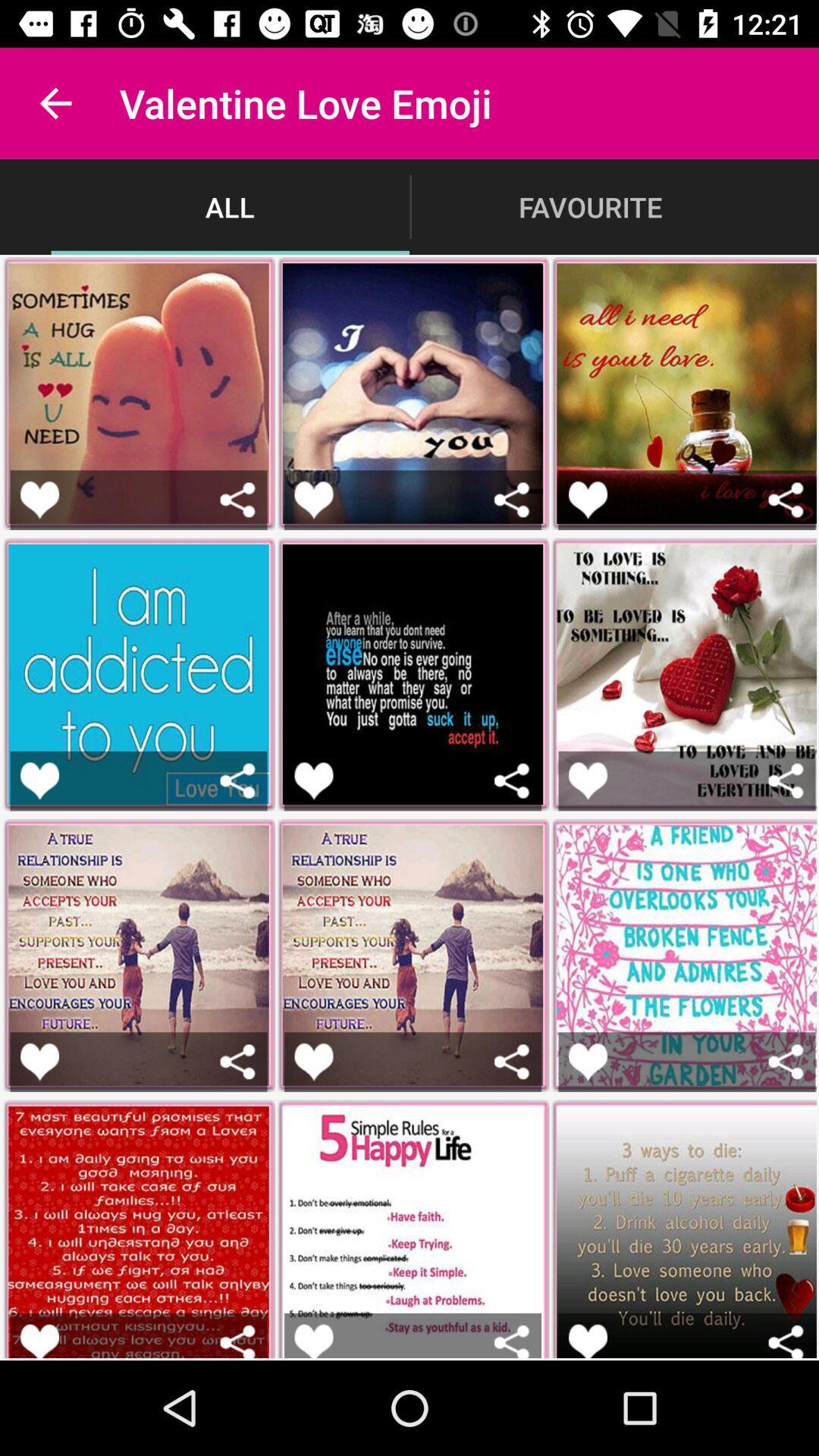 This screenshot has width=819, height=1456. What do you see at coordinates (512, 1061) in the screenshot?
I see `share post` at bounding box center [512, 1061].